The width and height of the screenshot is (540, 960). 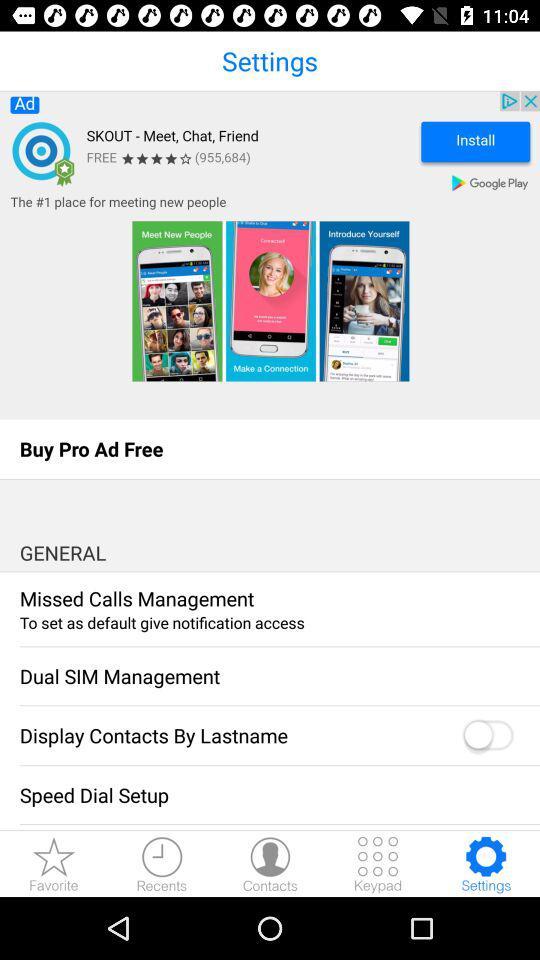 I want to click on the settings icon, so click(x=485, y=863).